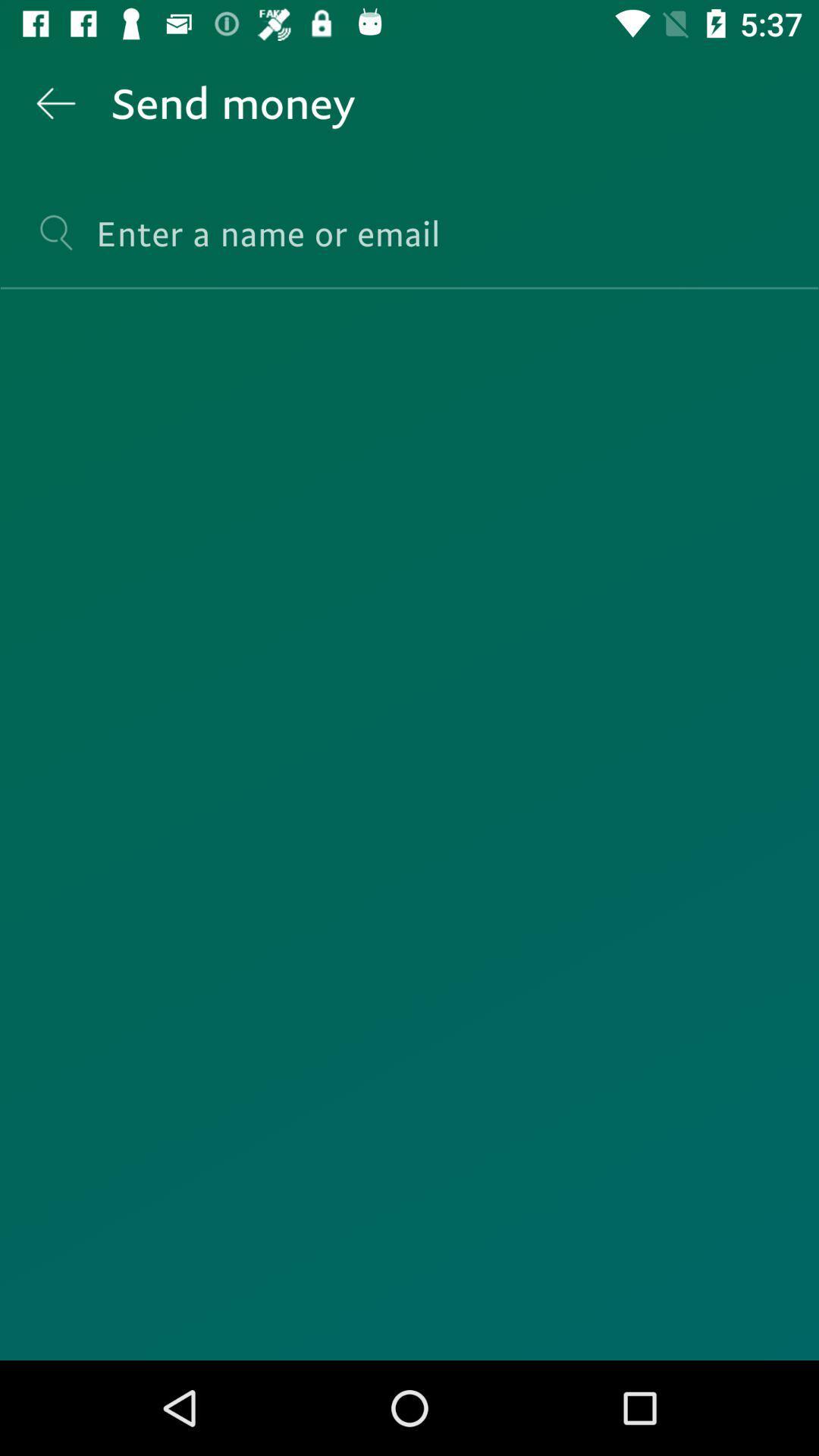  I want to click on search name or email, so click(409, 246).